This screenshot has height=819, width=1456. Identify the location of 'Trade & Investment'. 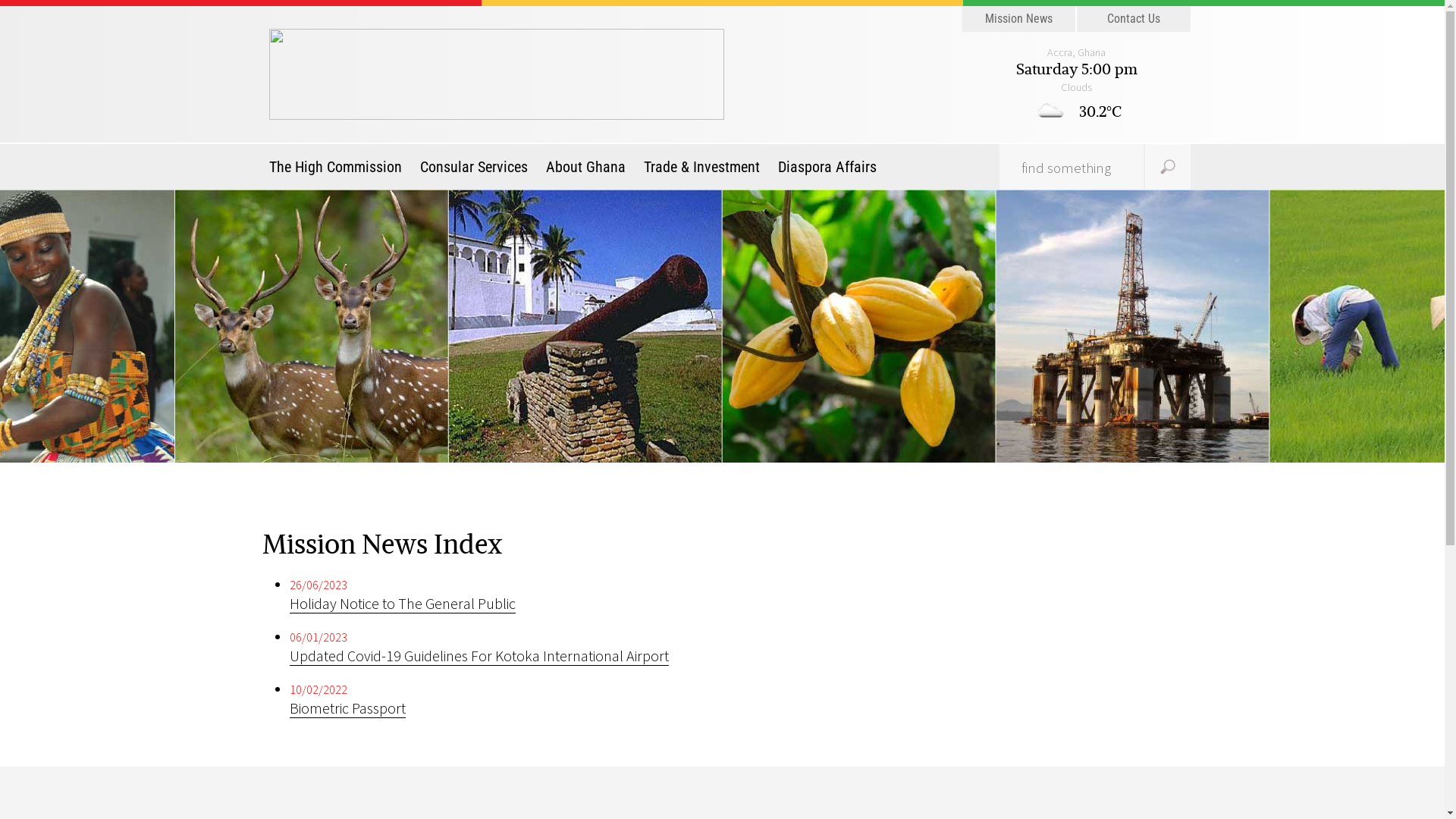
(636, 166).